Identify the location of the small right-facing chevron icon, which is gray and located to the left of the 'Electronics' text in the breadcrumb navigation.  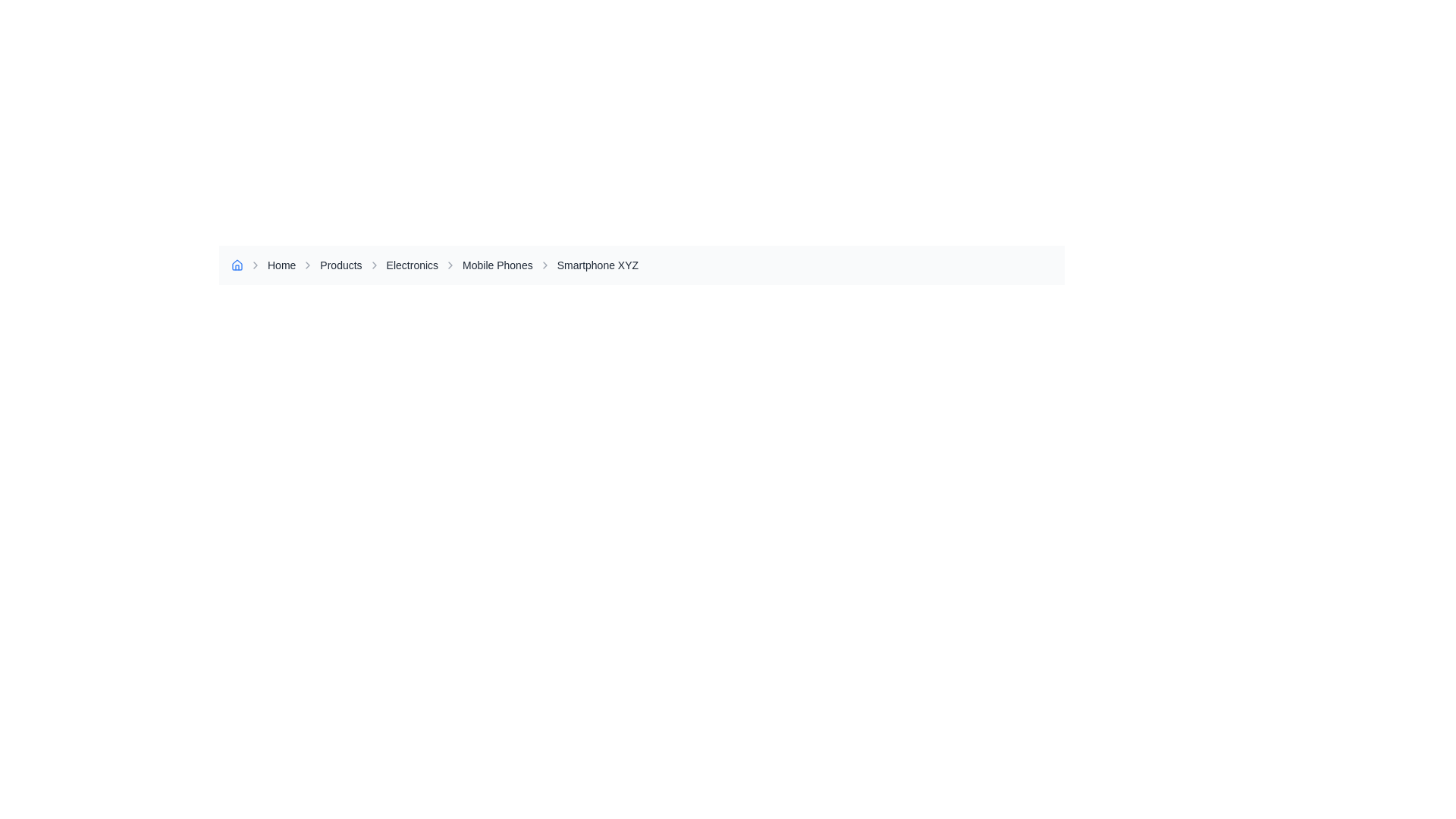
(374, 265).